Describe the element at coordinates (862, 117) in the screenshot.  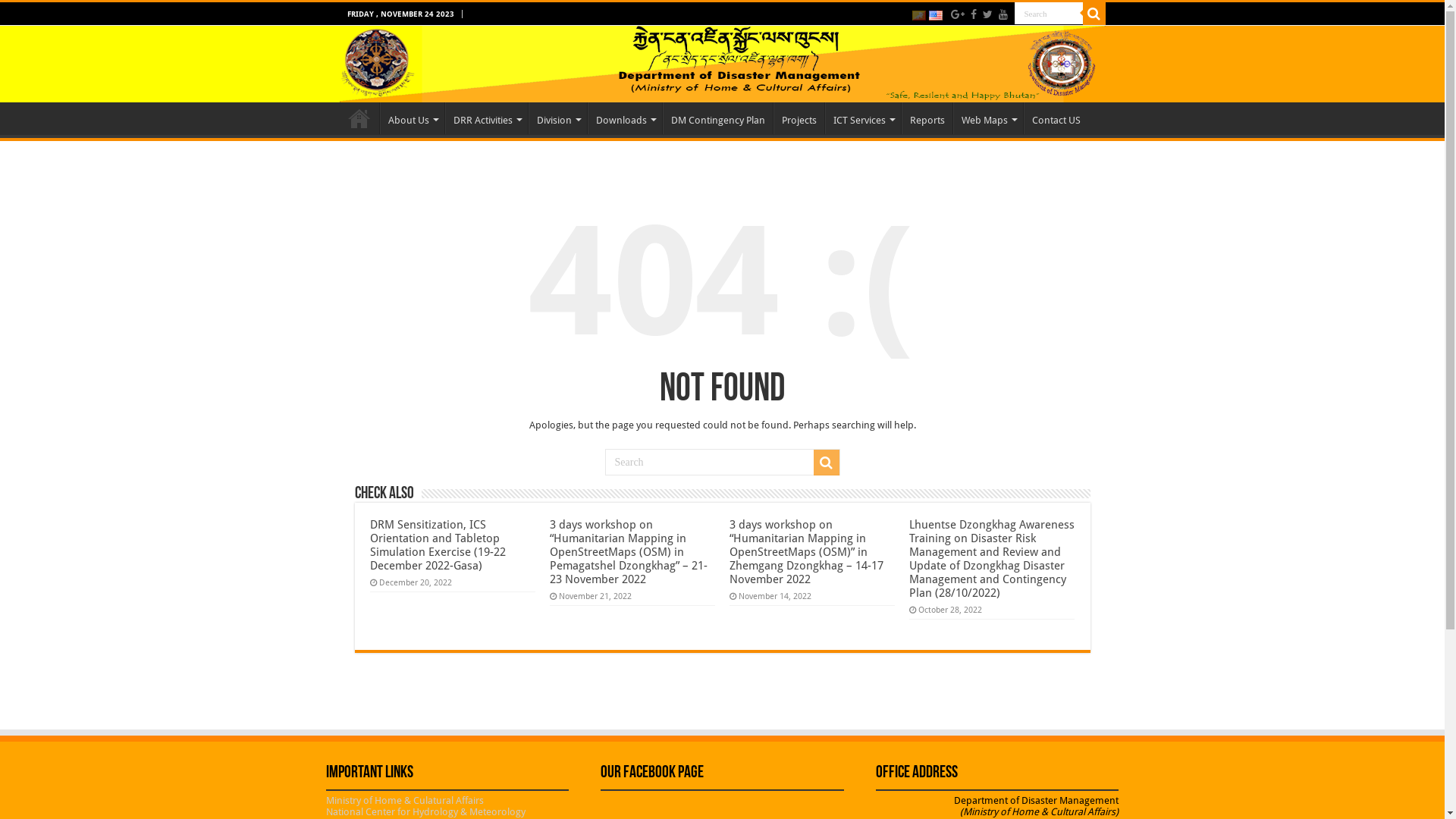
I see `'ICT Services'` at that location.